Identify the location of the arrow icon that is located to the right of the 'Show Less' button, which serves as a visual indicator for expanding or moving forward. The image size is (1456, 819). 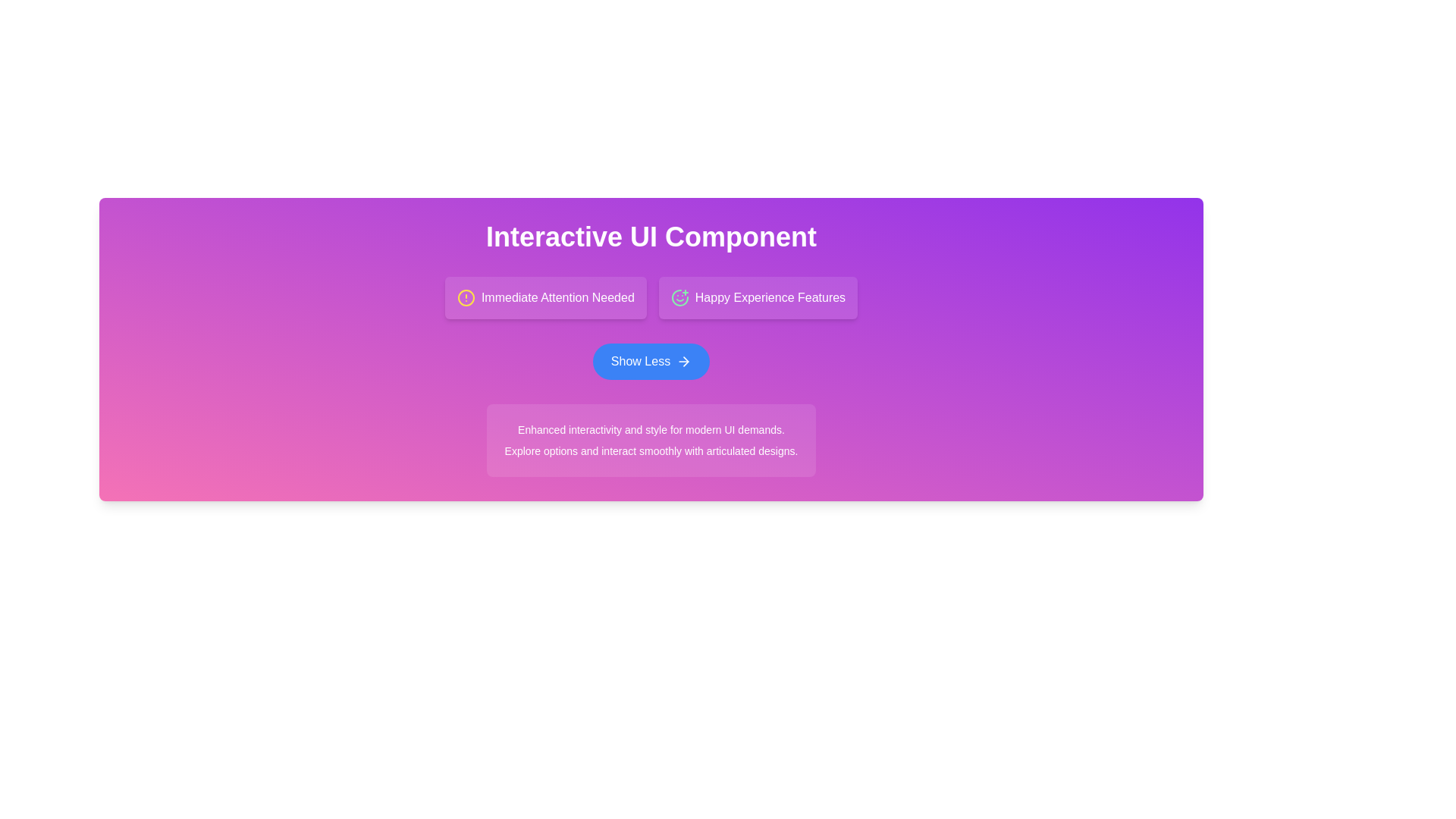
(683, 362).